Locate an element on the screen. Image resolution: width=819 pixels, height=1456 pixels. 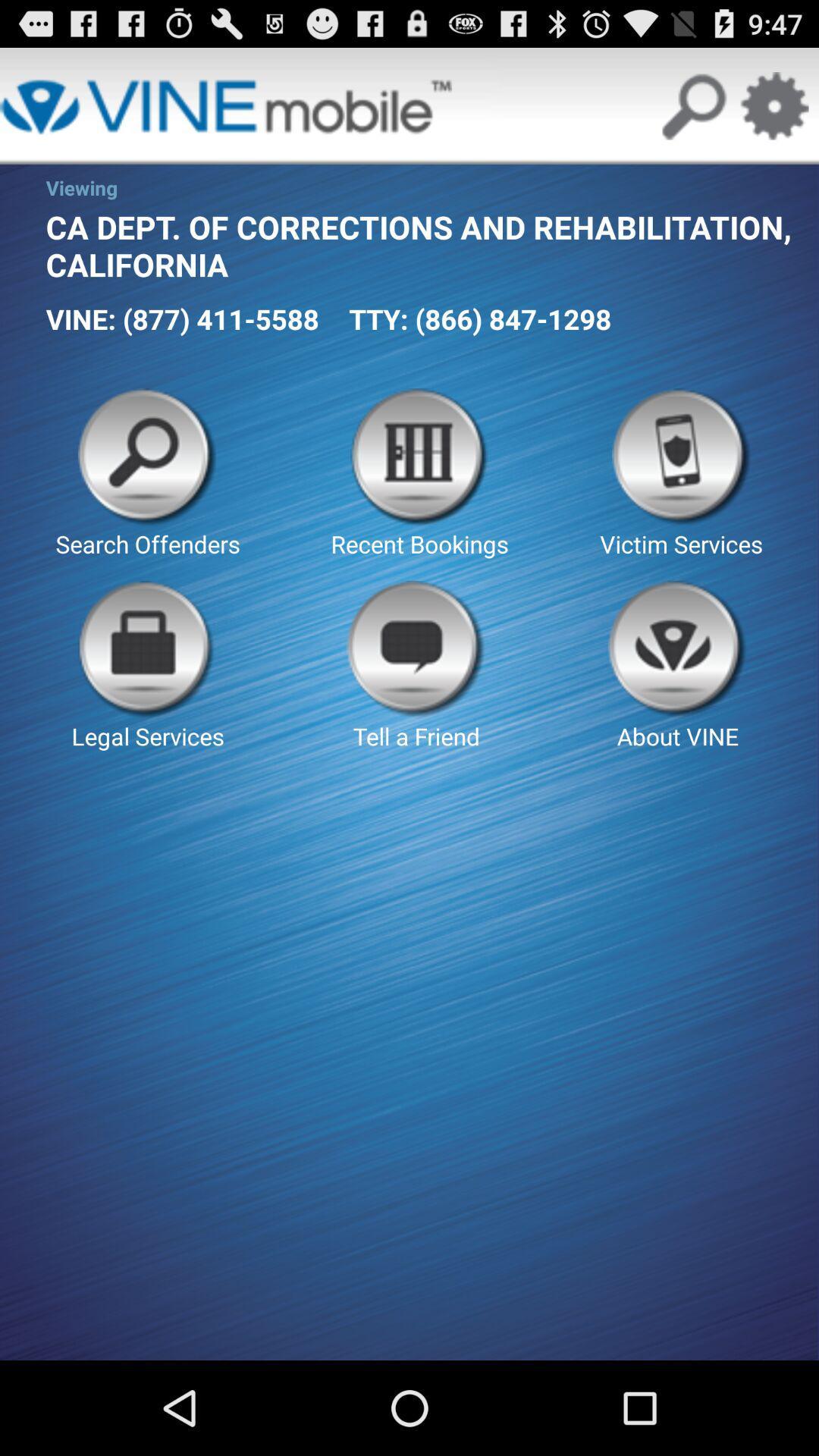
recent bookings button is located at coordinates (419, 473).